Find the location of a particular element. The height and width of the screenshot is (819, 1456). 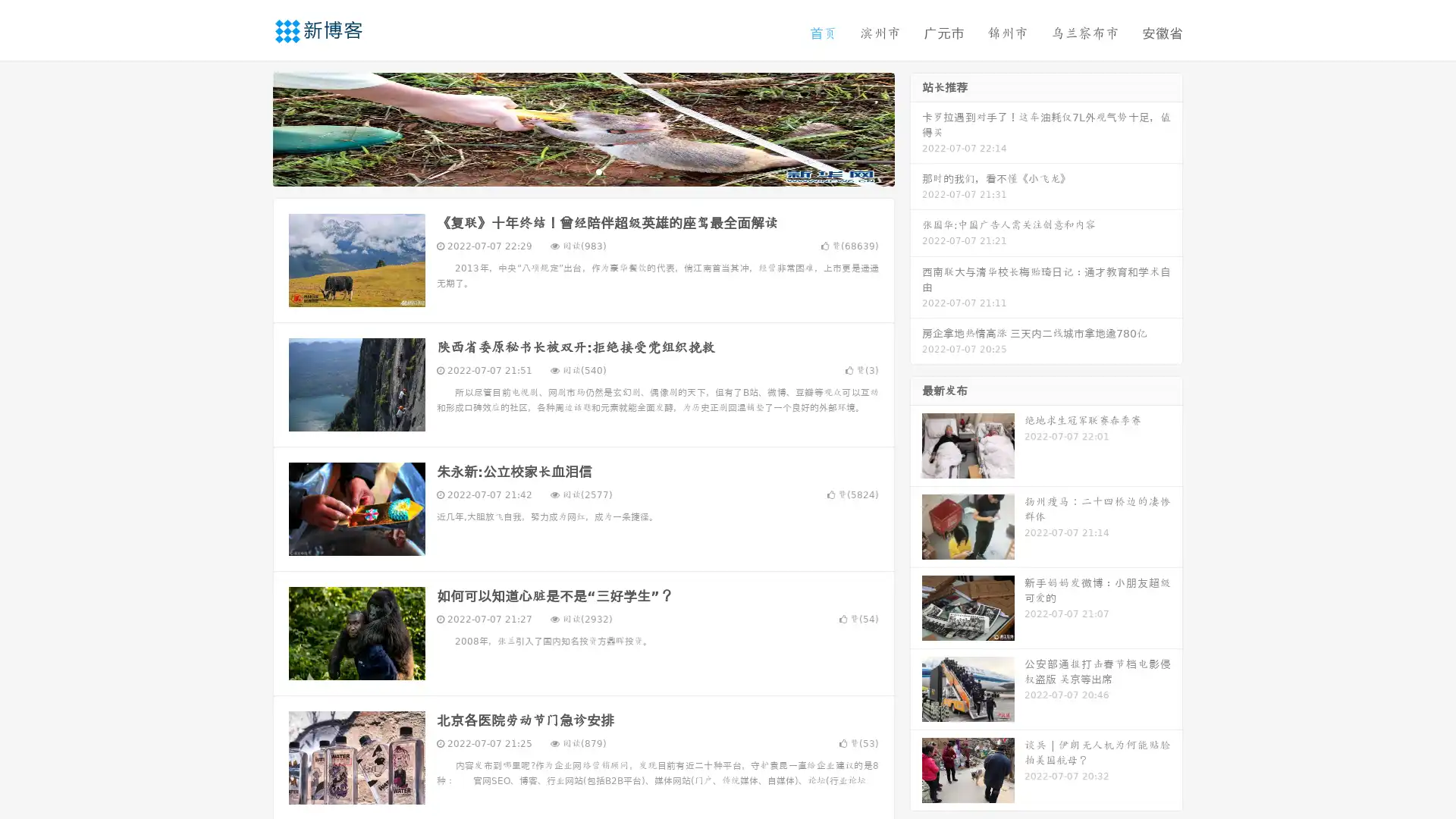

Previous slide is located at coordinates (250, 127).